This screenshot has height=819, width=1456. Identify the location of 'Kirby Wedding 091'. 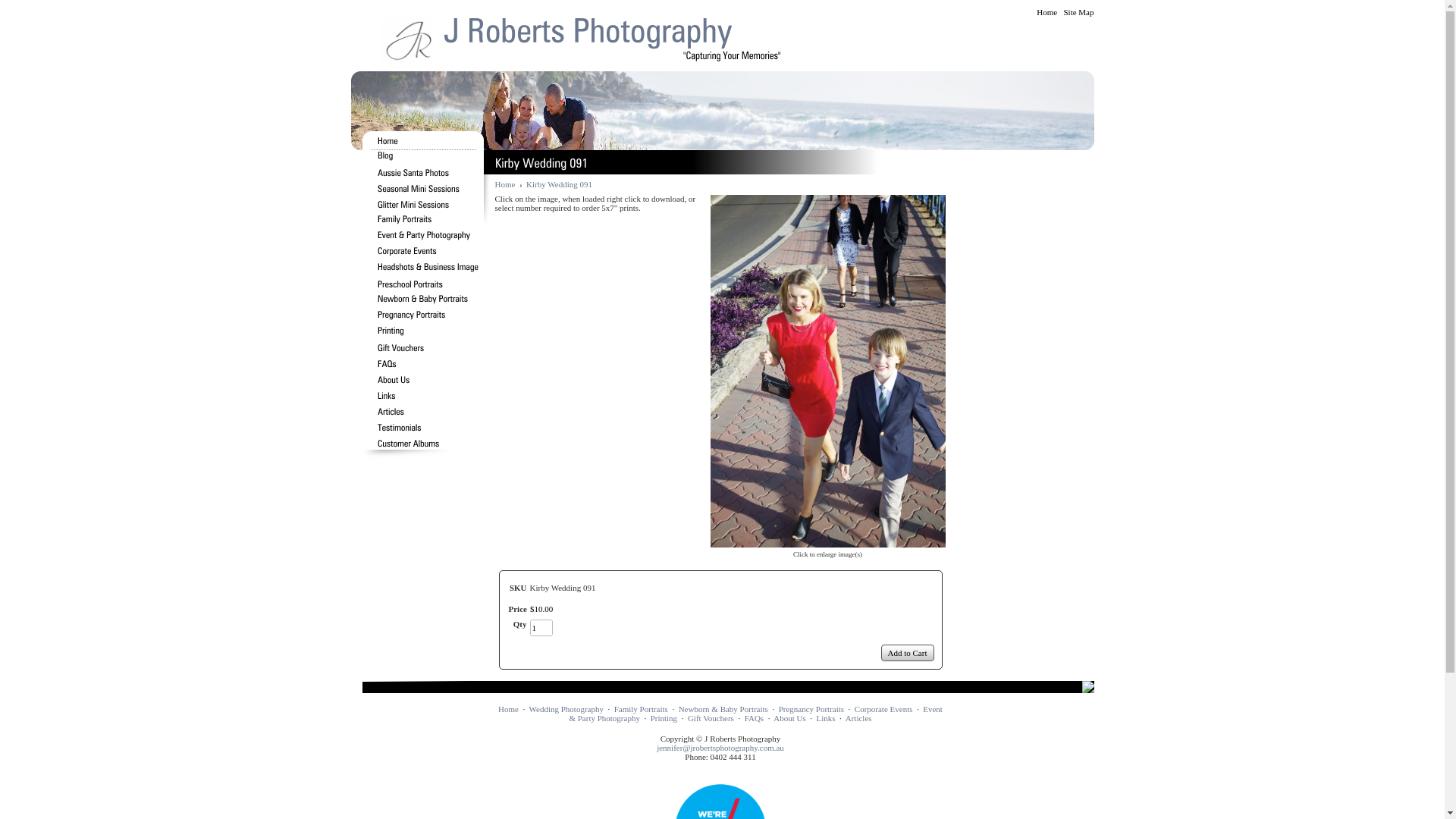
(709, 371).